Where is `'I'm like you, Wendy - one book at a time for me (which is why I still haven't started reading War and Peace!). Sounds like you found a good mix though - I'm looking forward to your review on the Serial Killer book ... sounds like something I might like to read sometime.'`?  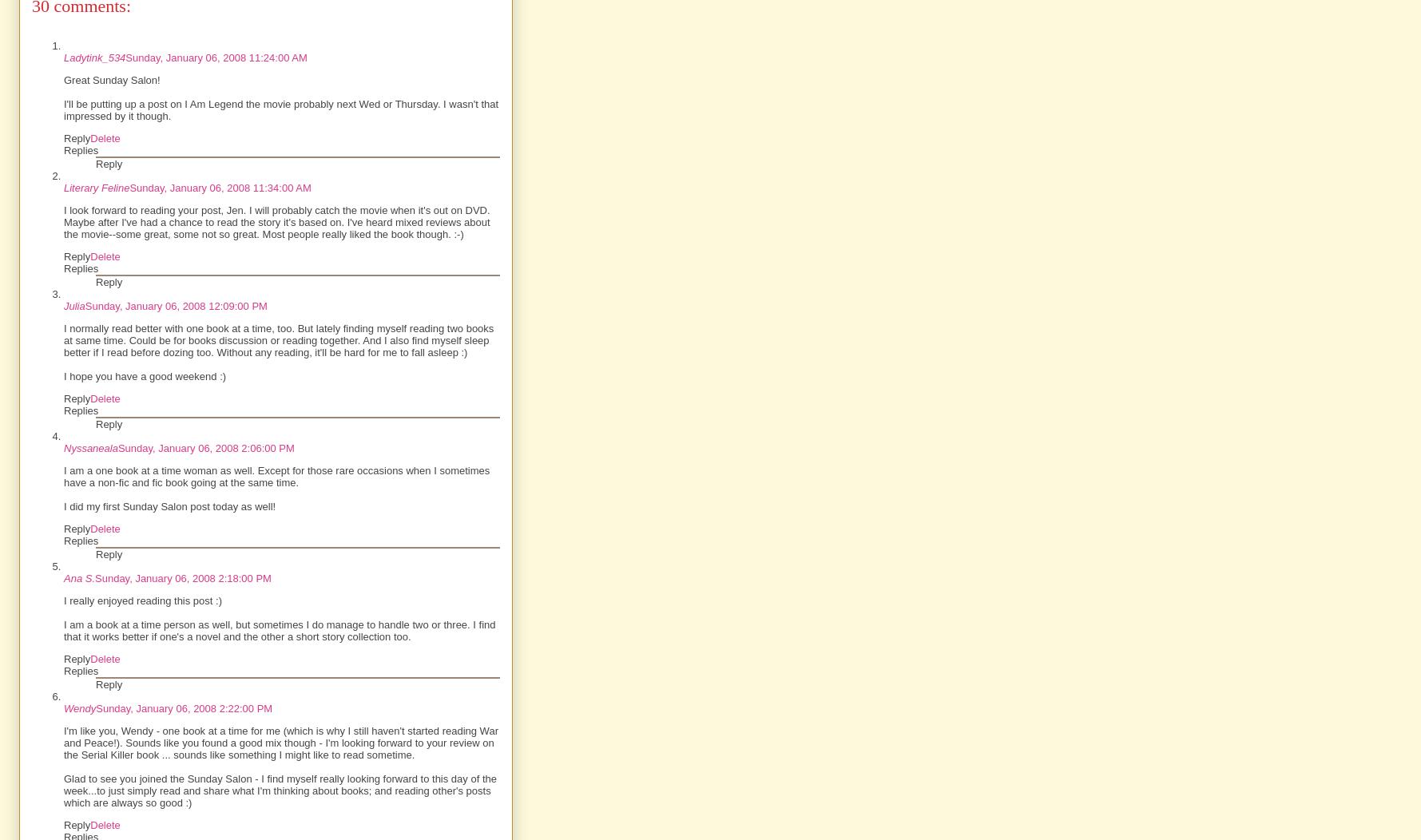
'I'm like you, Wendy - one book at a time for me (which is why I still haven't started reading War and Peace!). Sounds like you found a good mix though - I'm looking forward to your review on the Serial Killer book ... sounds like something I might like to read sometime.' is located at coordinates (280, 742).